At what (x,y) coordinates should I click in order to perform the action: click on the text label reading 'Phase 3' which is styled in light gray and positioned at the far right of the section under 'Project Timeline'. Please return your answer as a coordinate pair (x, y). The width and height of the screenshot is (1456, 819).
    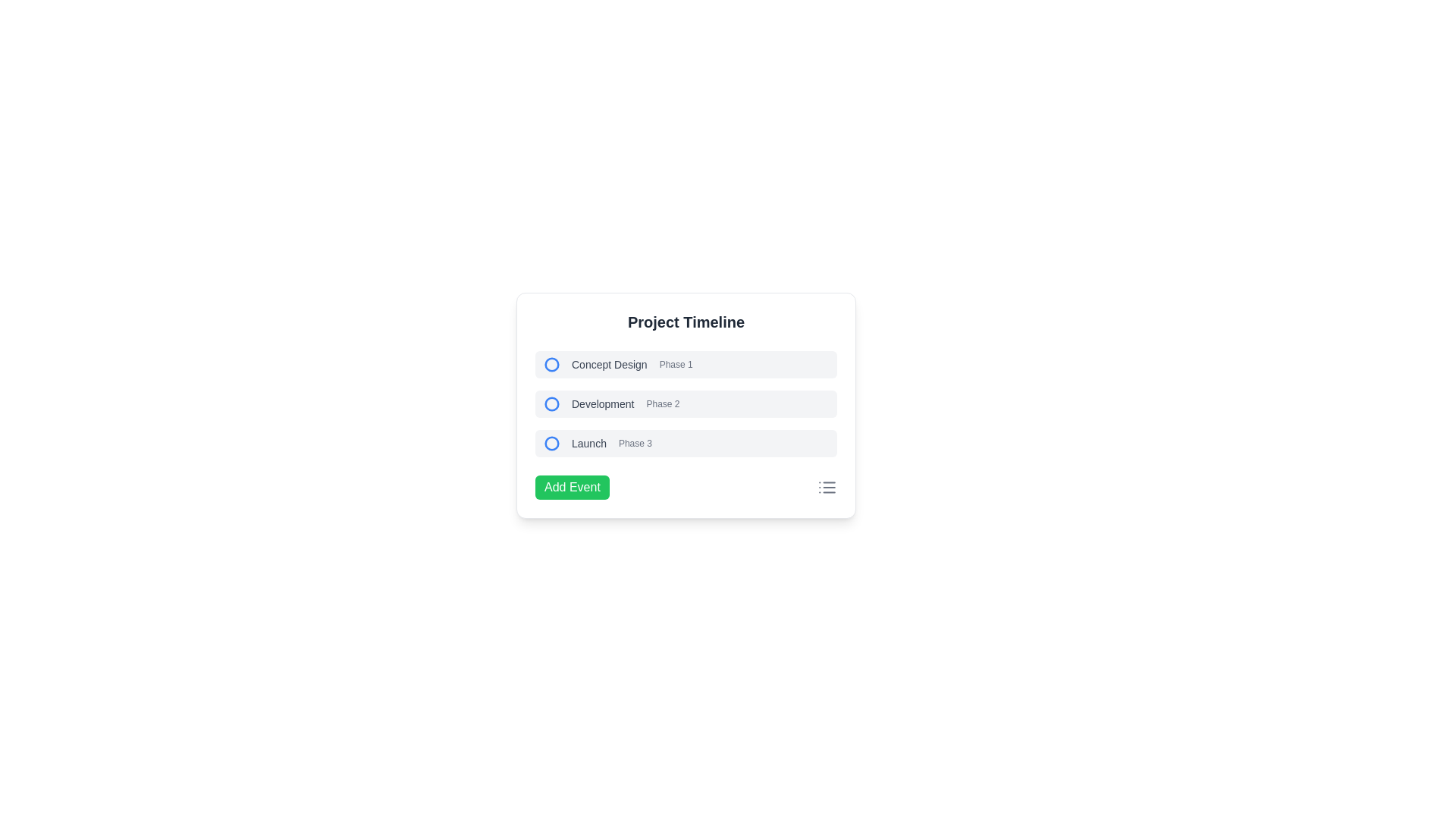
    Looking at the image, I should click on (635, 444).